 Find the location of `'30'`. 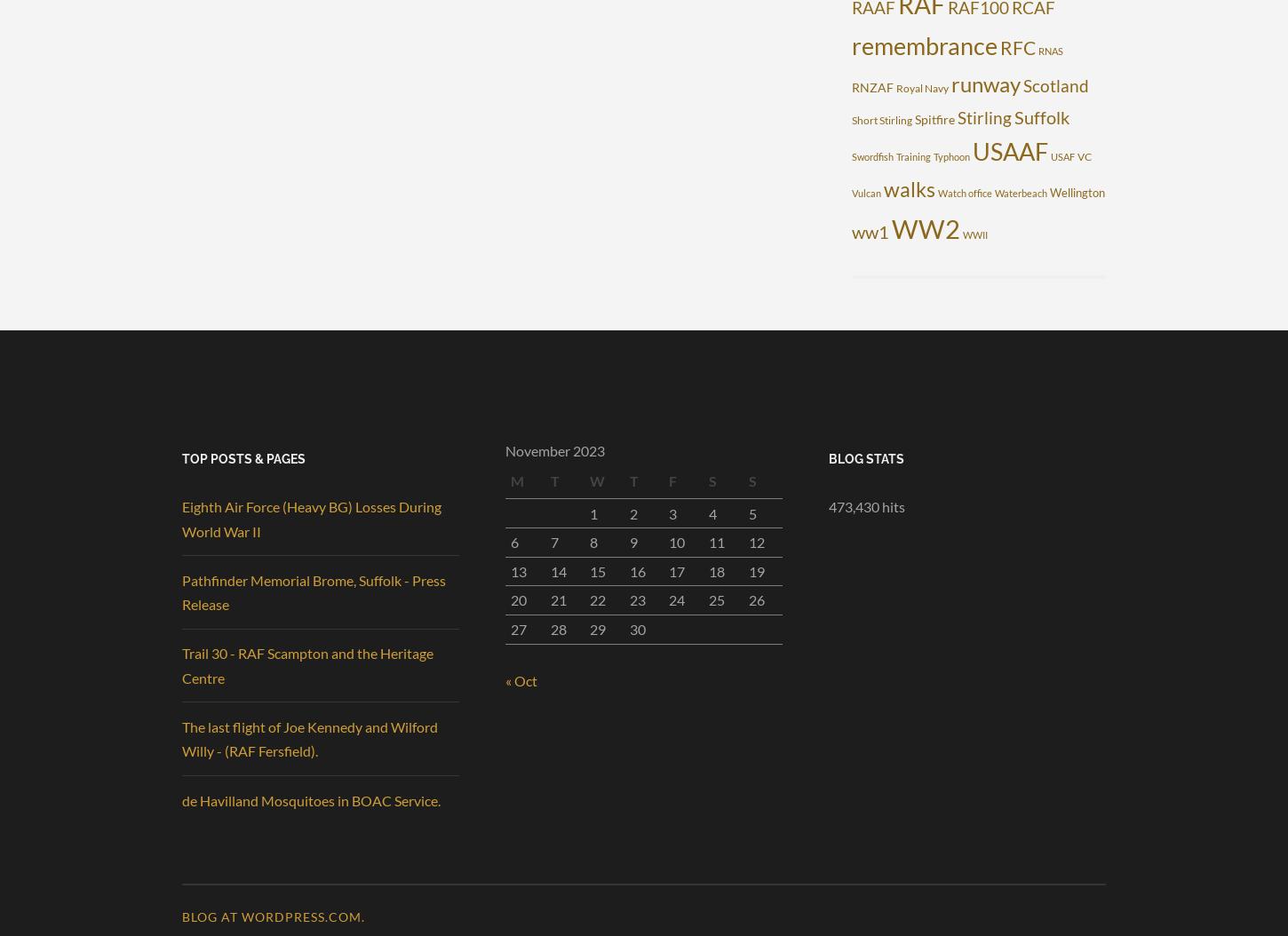

'30' is located at coordinates (636, 628).